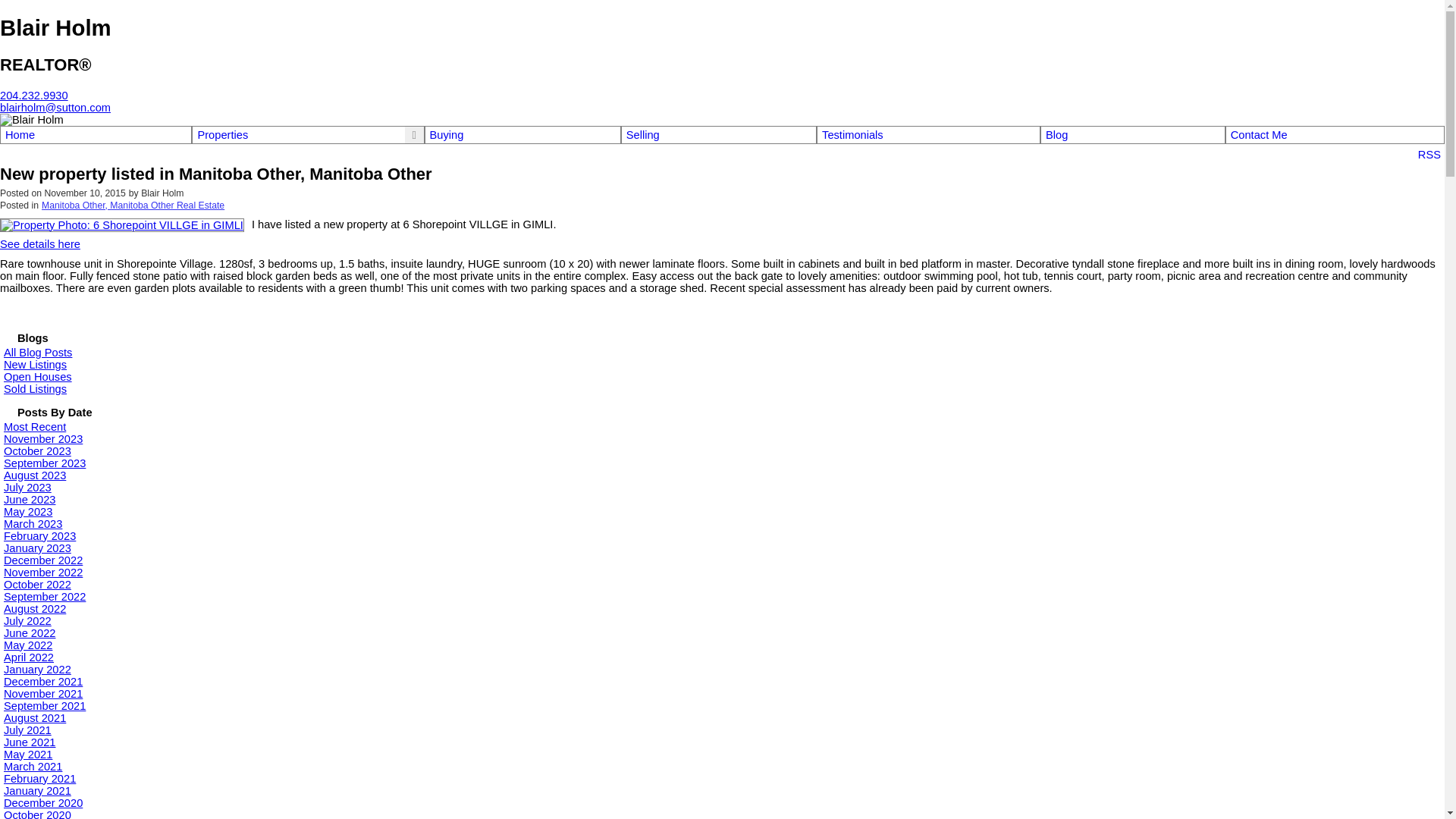 The width and height of the screenshot is (1456, 819). I want to click on 'November 2022', so click(43, 573).